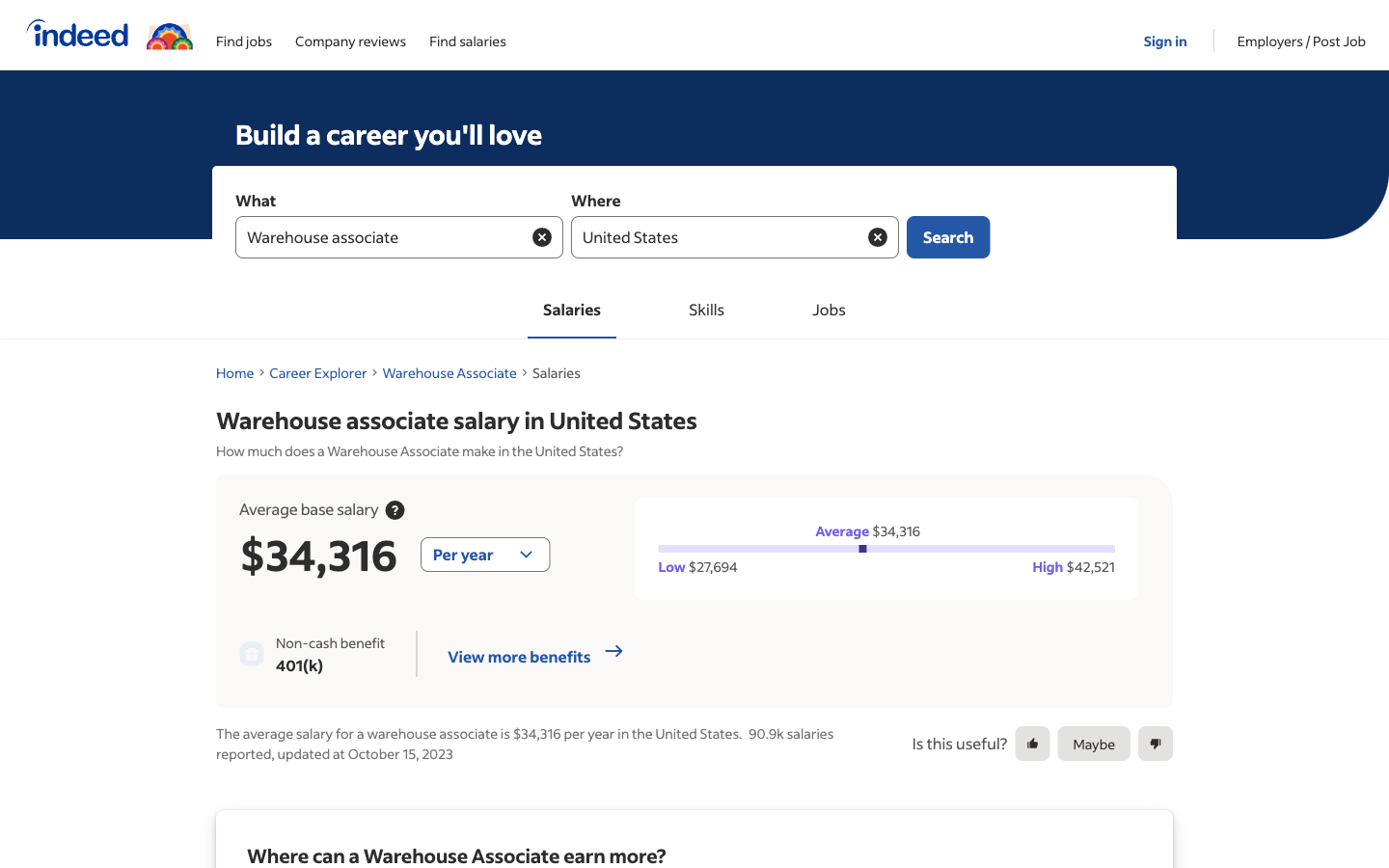 This screenshot has width=1389, height=868. Describe the element at coordinates (1032, 743) in the screenshot. I see `Validate the proposed recommendation by affirming` at that location.